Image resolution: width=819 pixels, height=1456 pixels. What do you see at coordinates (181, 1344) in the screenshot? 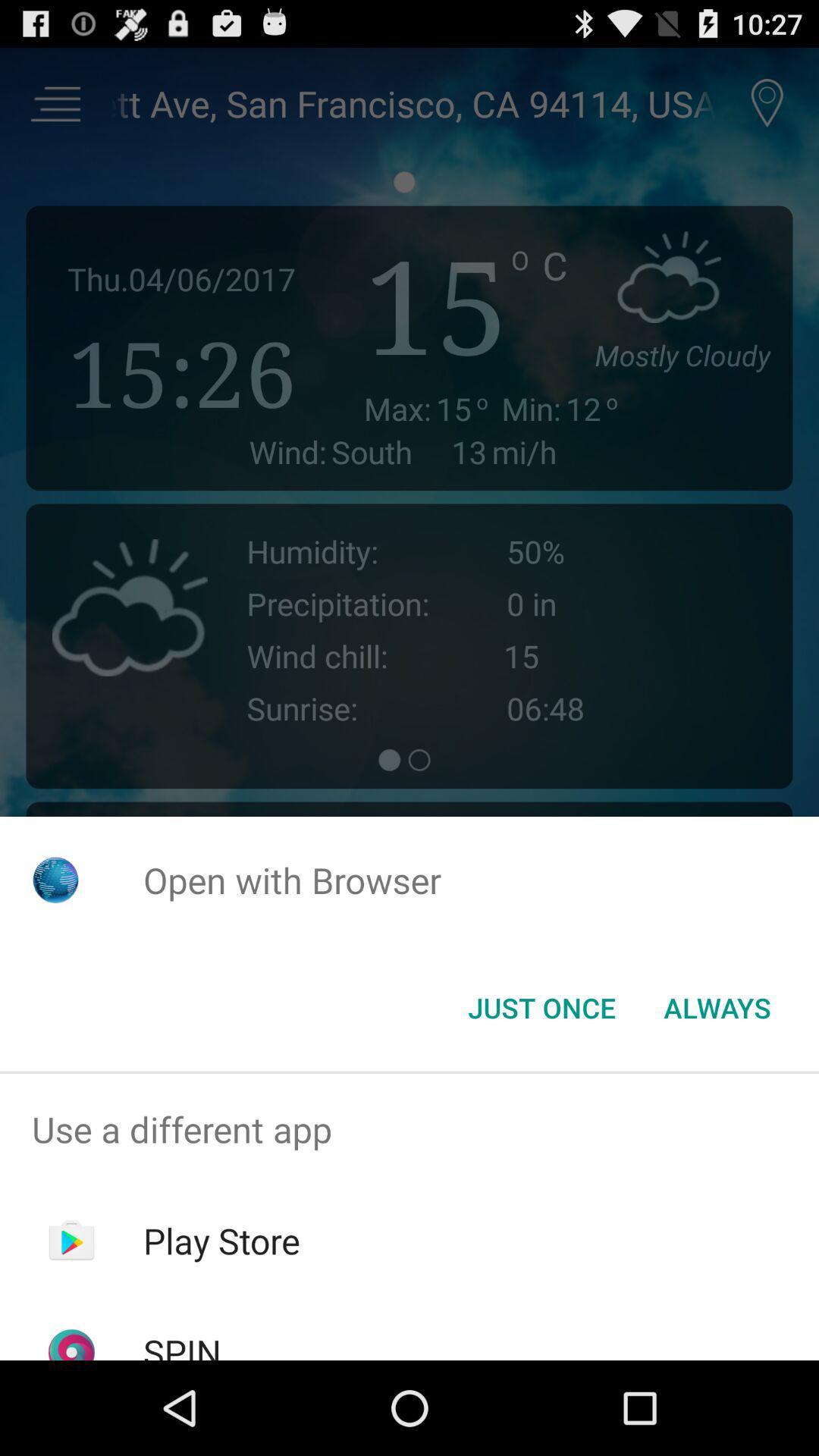
I see `the spin app` at bounding box center [181, 1344].